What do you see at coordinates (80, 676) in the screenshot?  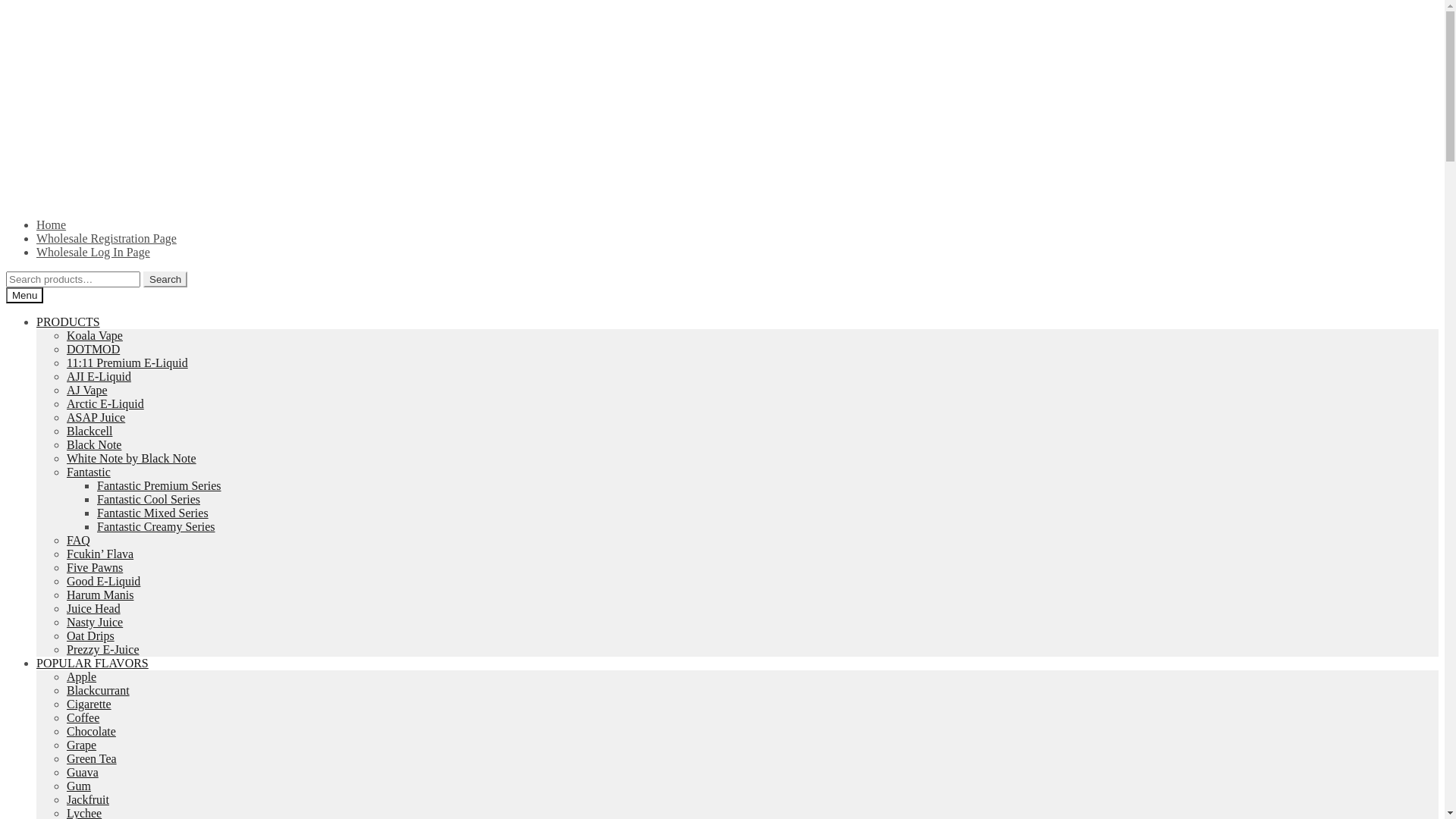 I see `'Apple'` at bounding box center [80, 676].